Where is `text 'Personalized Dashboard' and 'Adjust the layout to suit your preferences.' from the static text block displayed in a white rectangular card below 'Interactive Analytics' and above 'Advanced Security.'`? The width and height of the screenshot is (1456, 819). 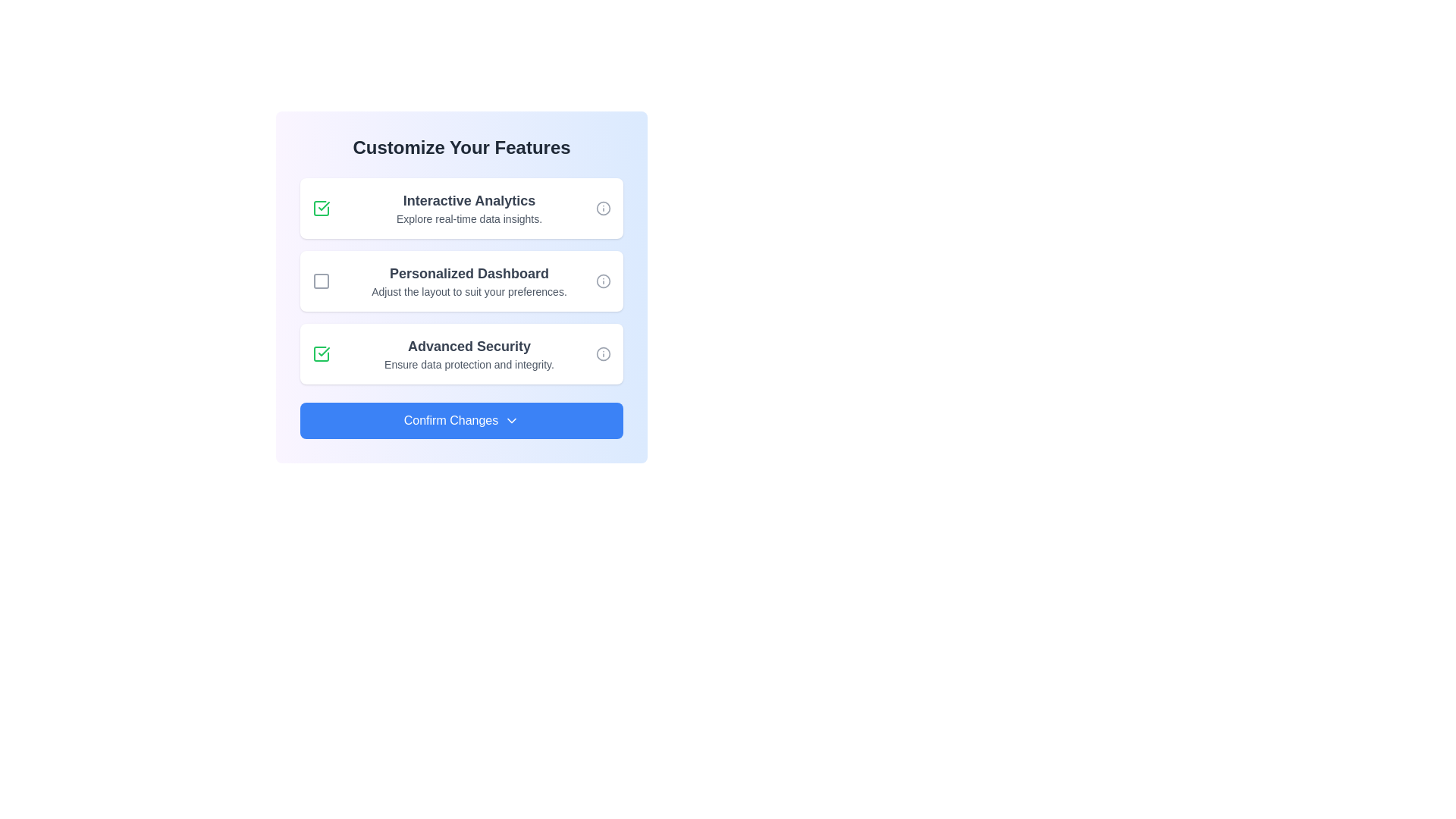 text 'Personalized Dashboard' and 'Adjust the layout to suit your preferences.' from the static text block displayed in a white rectangular card below 'Interactive Analytics' and above 'Advanced Security.' is located at coordinates (469, 281).